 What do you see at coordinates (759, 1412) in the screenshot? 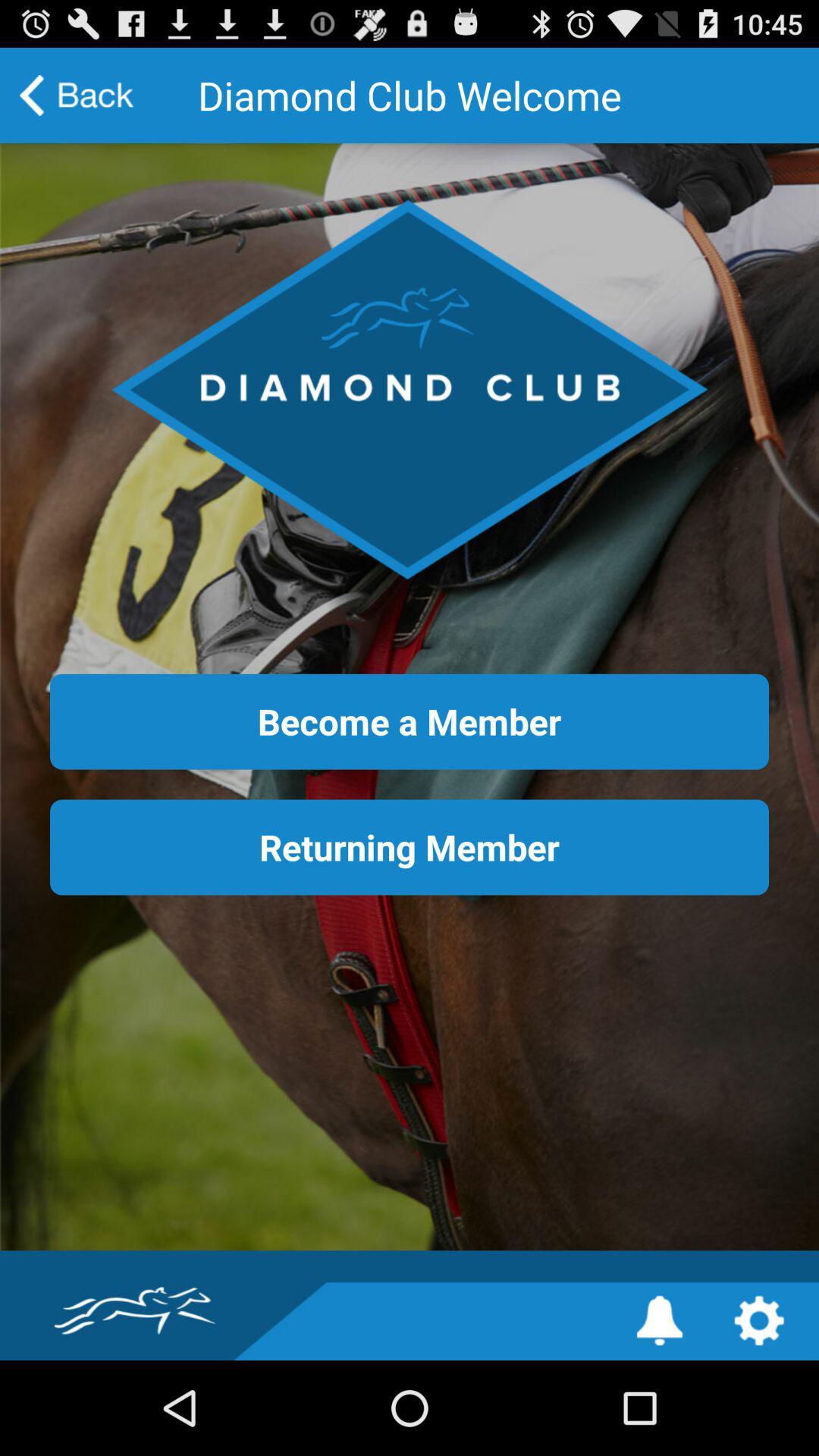
I see `the settings icon` at bounding box center [759, 1412].